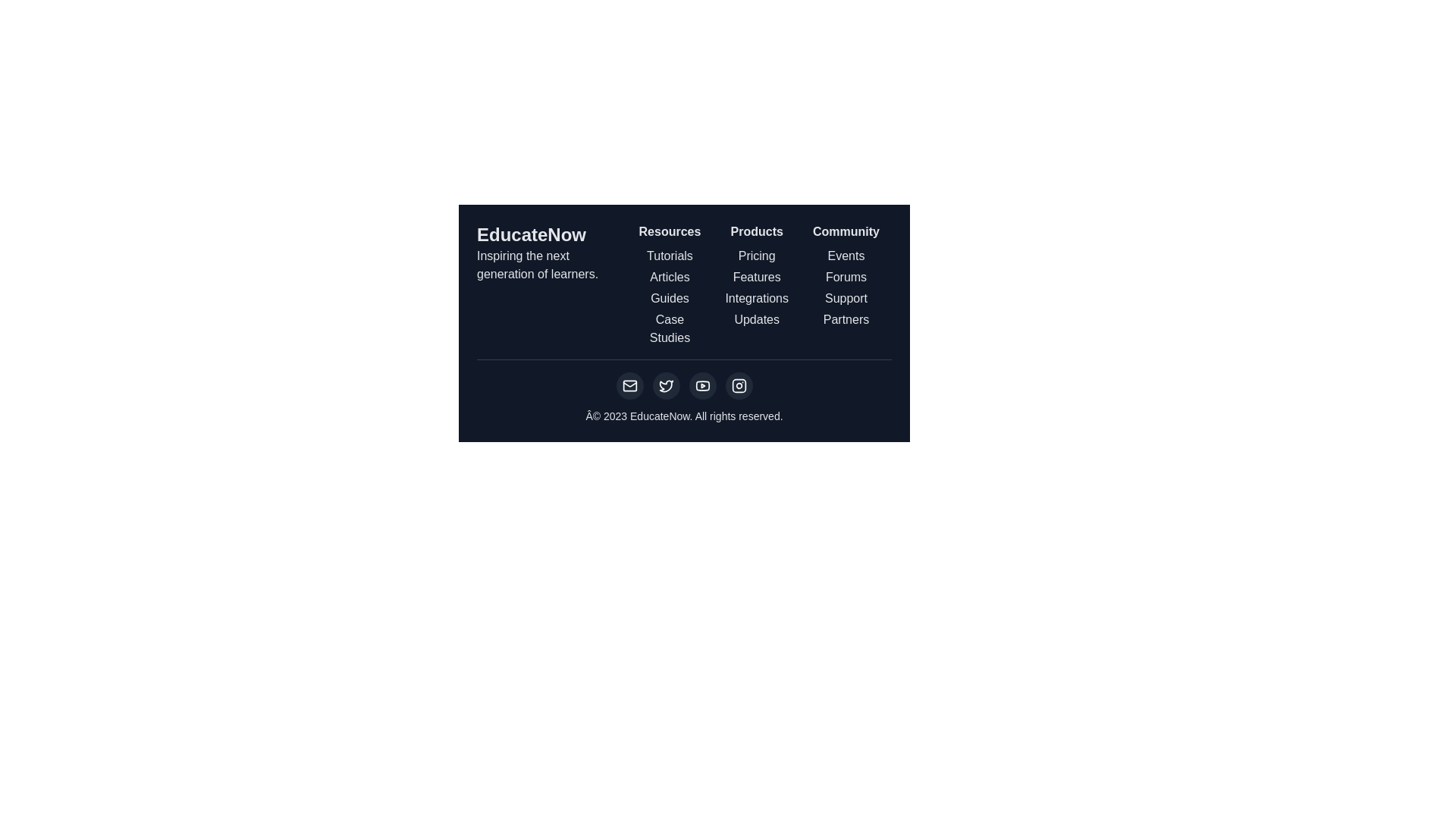 The image size is (1456, 819). I want to click on the third text label in the 'Community' section located at the bottom right of the interface, so click(846, 298).